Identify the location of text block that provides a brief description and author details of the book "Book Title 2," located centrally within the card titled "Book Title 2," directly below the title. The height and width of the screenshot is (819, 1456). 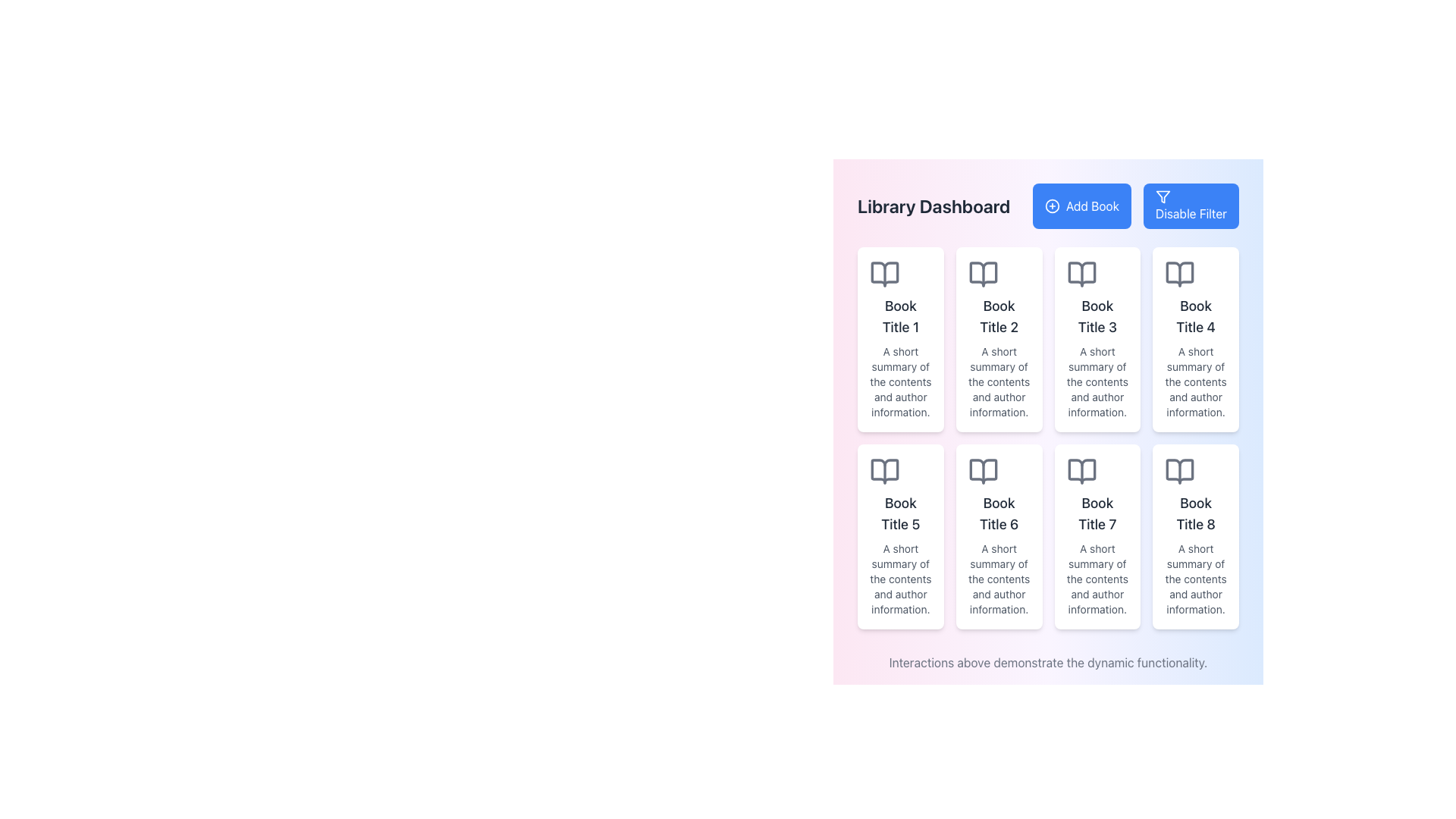
(999, 381).